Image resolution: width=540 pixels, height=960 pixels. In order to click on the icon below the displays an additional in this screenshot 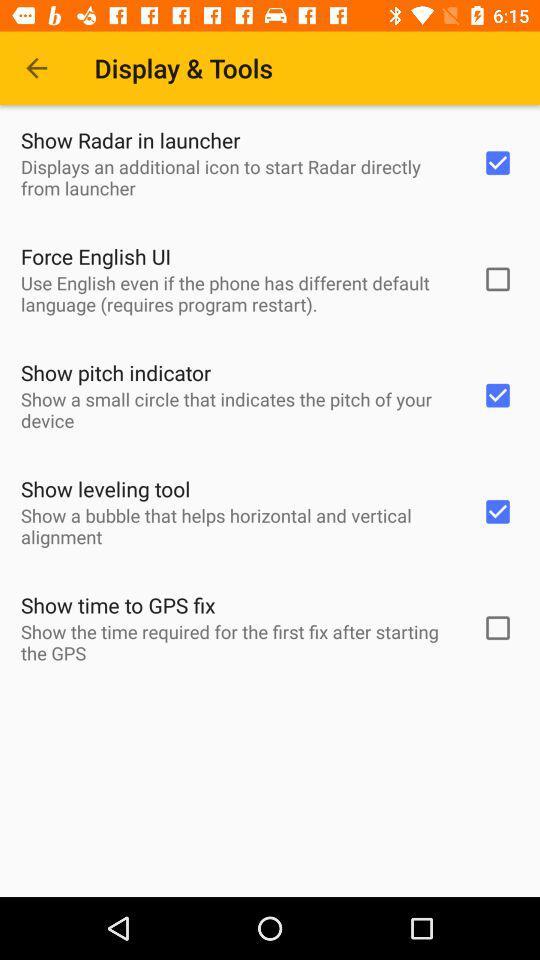, I will do `click(95, 255)`.